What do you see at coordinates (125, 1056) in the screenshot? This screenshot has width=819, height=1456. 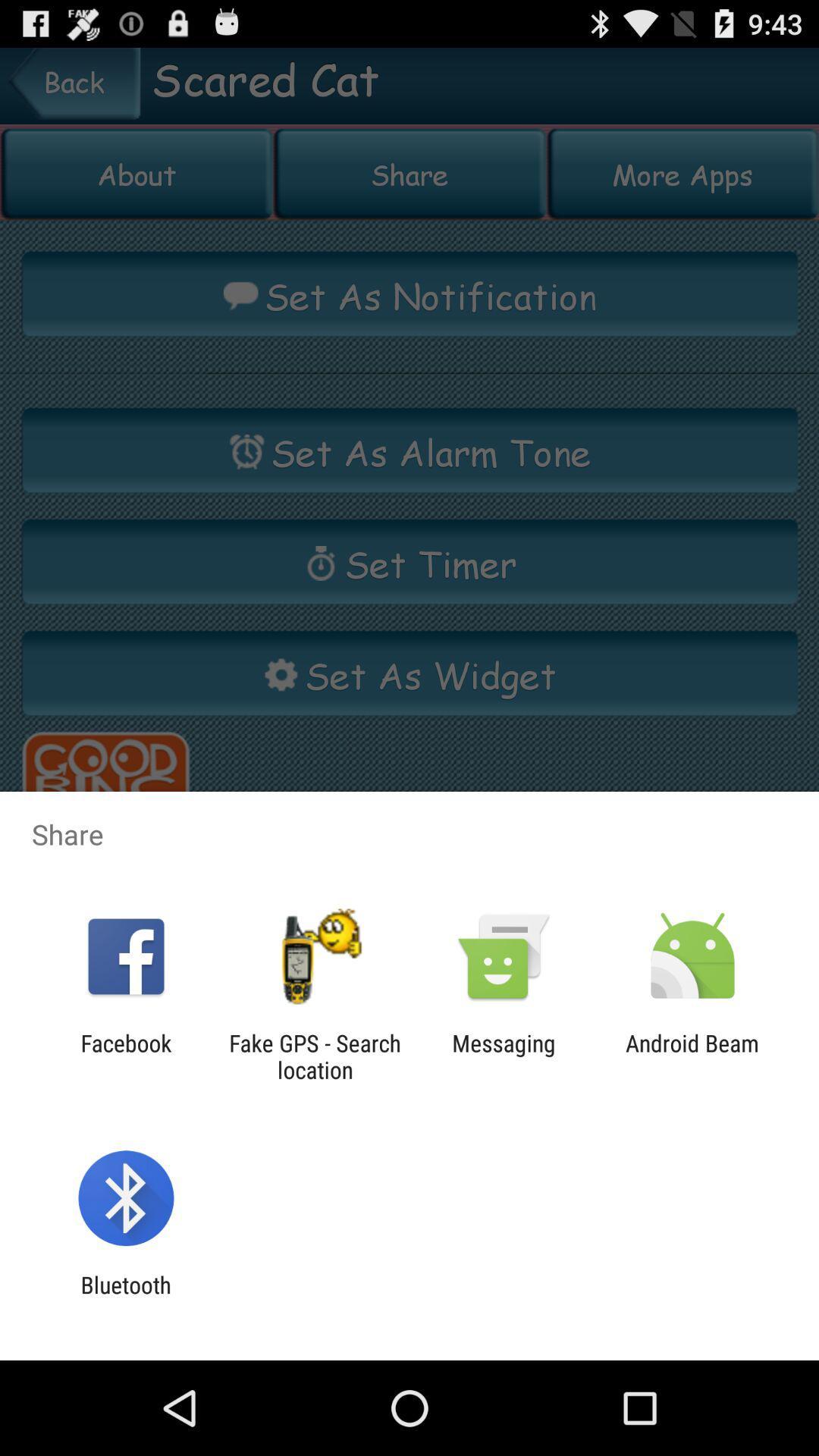 I see `the app next to the fake gps search app` at bounding box center [125, 1056].